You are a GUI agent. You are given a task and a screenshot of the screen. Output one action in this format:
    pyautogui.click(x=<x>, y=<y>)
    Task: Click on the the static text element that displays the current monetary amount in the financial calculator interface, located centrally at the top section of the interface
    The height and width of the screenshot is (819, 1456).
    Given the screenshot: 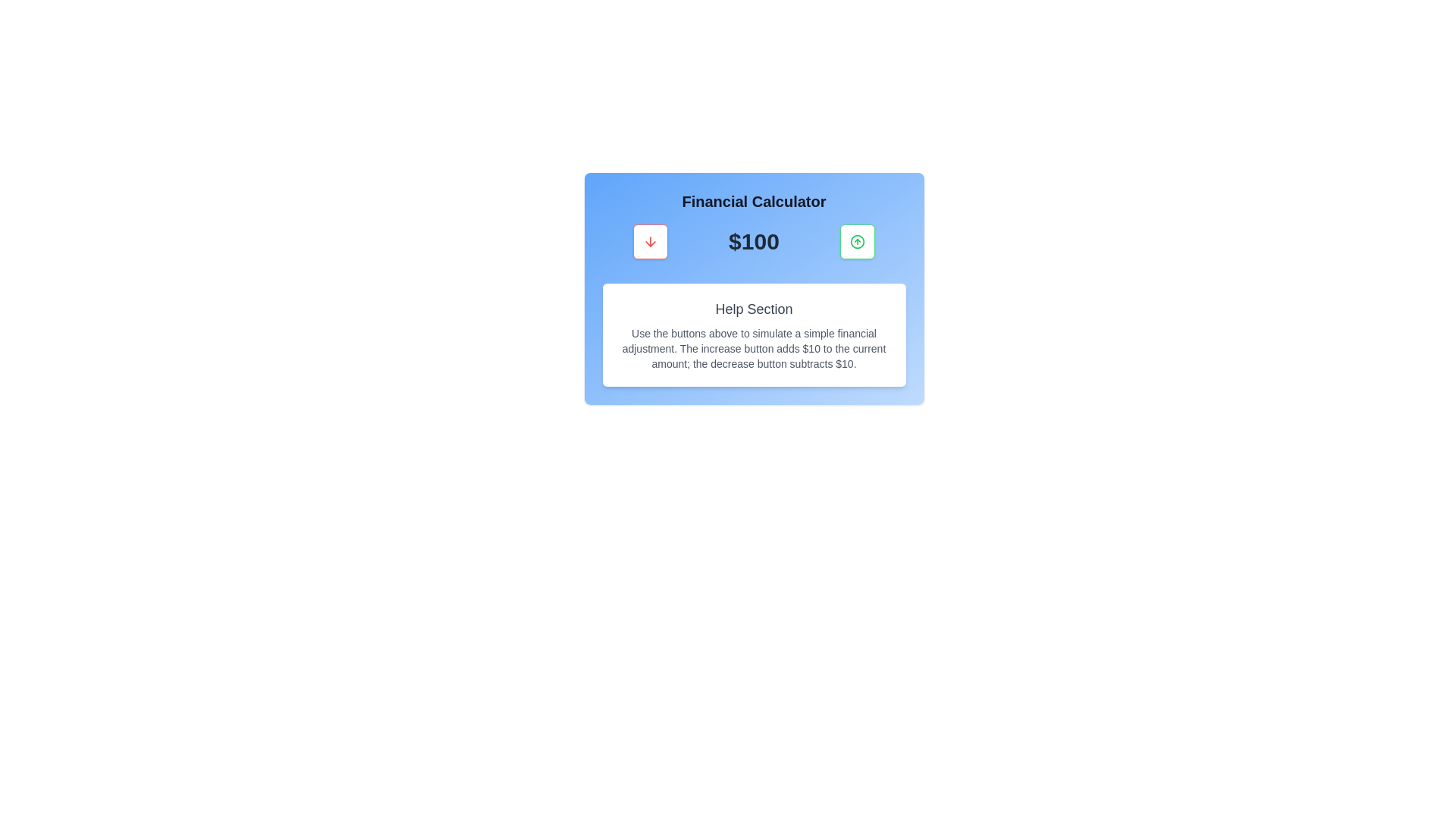 What is the action you would take?
    pyautogui.click(x=754, y=241)
    